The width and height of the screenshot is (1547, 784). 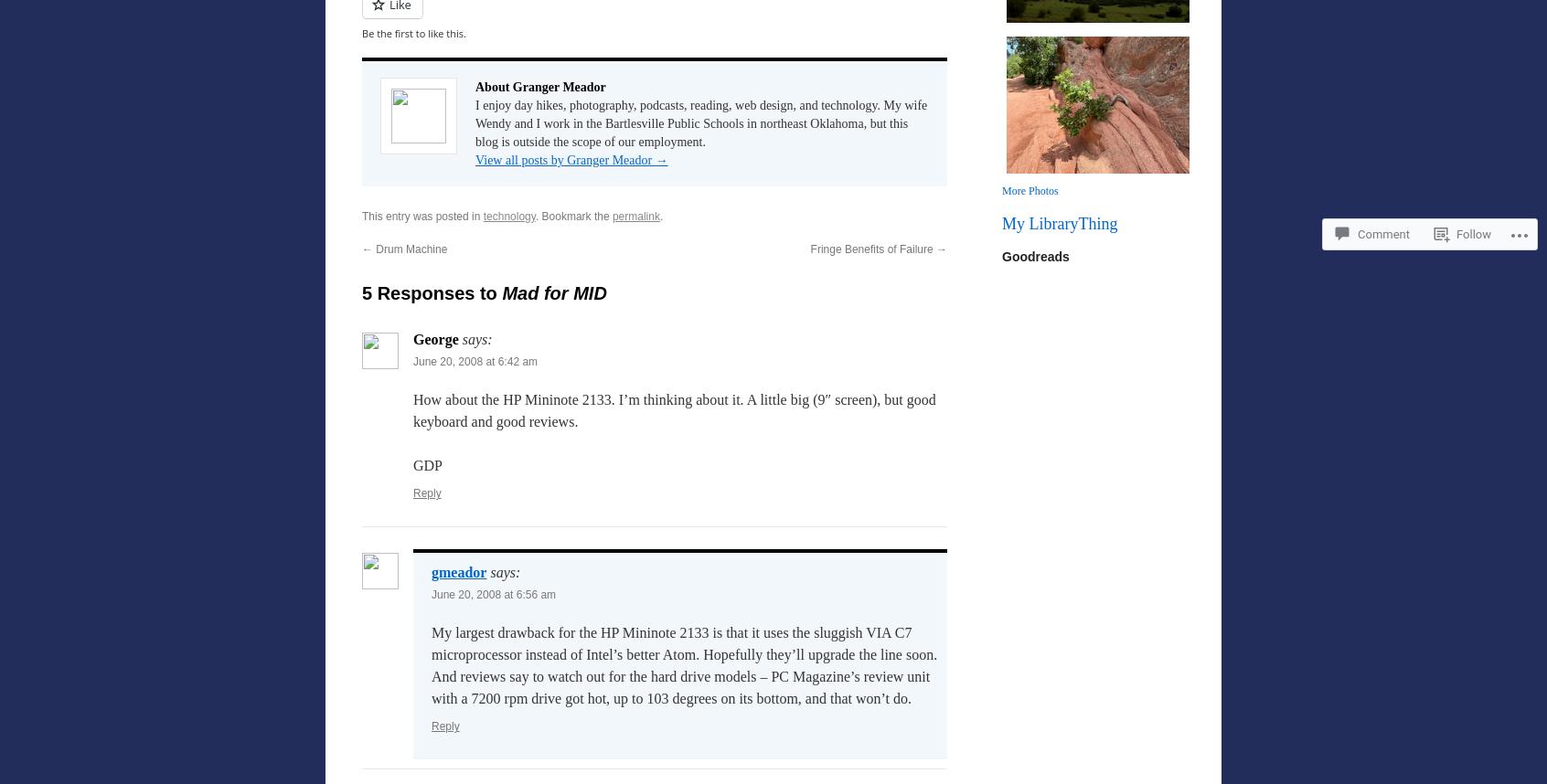 What do you see at coordinates (431, 291) in the screenshot?
I see `'5 Responses to'` at bounding box center [431, 291].